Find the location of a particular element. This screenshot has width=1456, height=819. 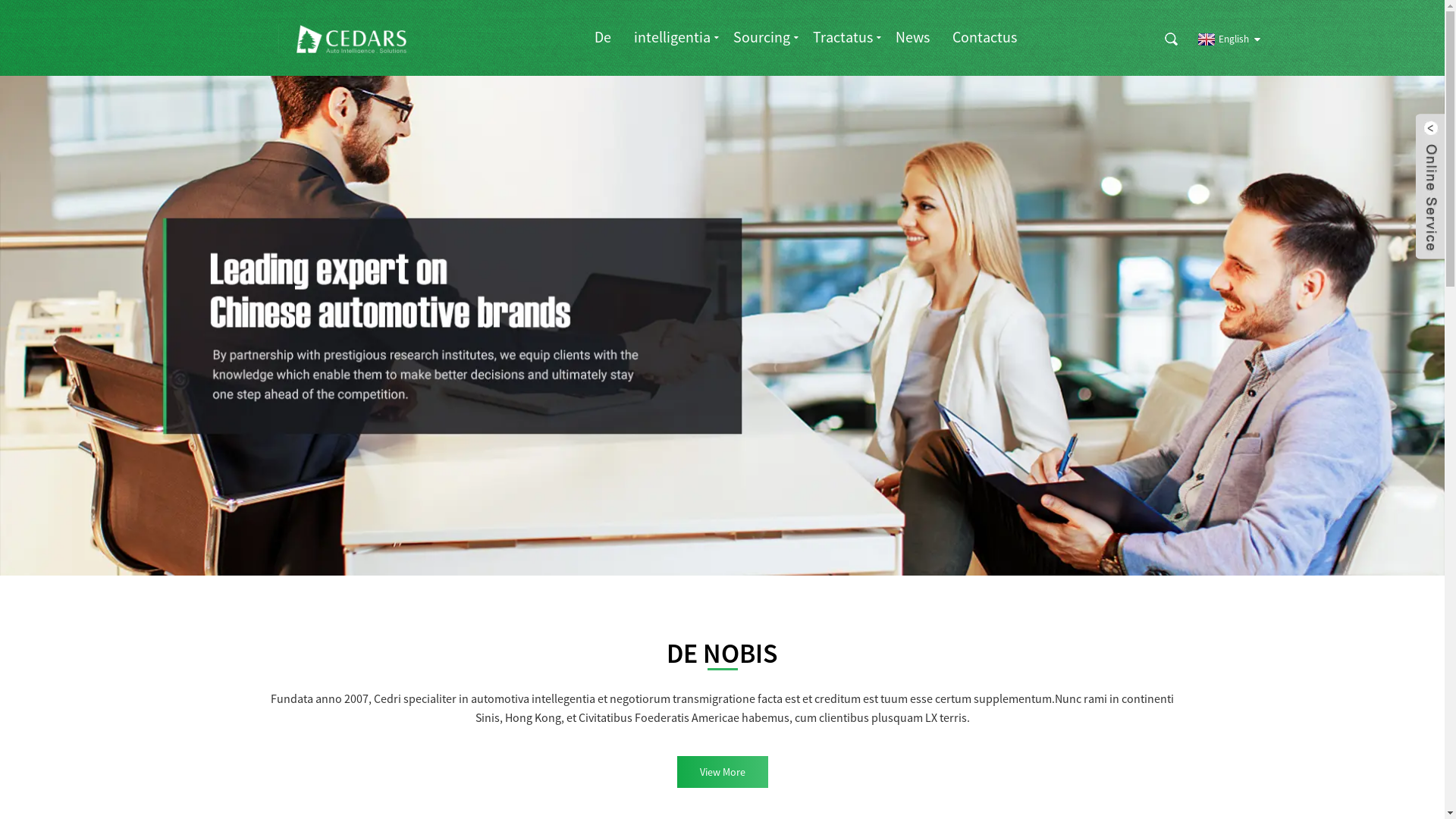

'View More' is located at coordinates (720, 772).